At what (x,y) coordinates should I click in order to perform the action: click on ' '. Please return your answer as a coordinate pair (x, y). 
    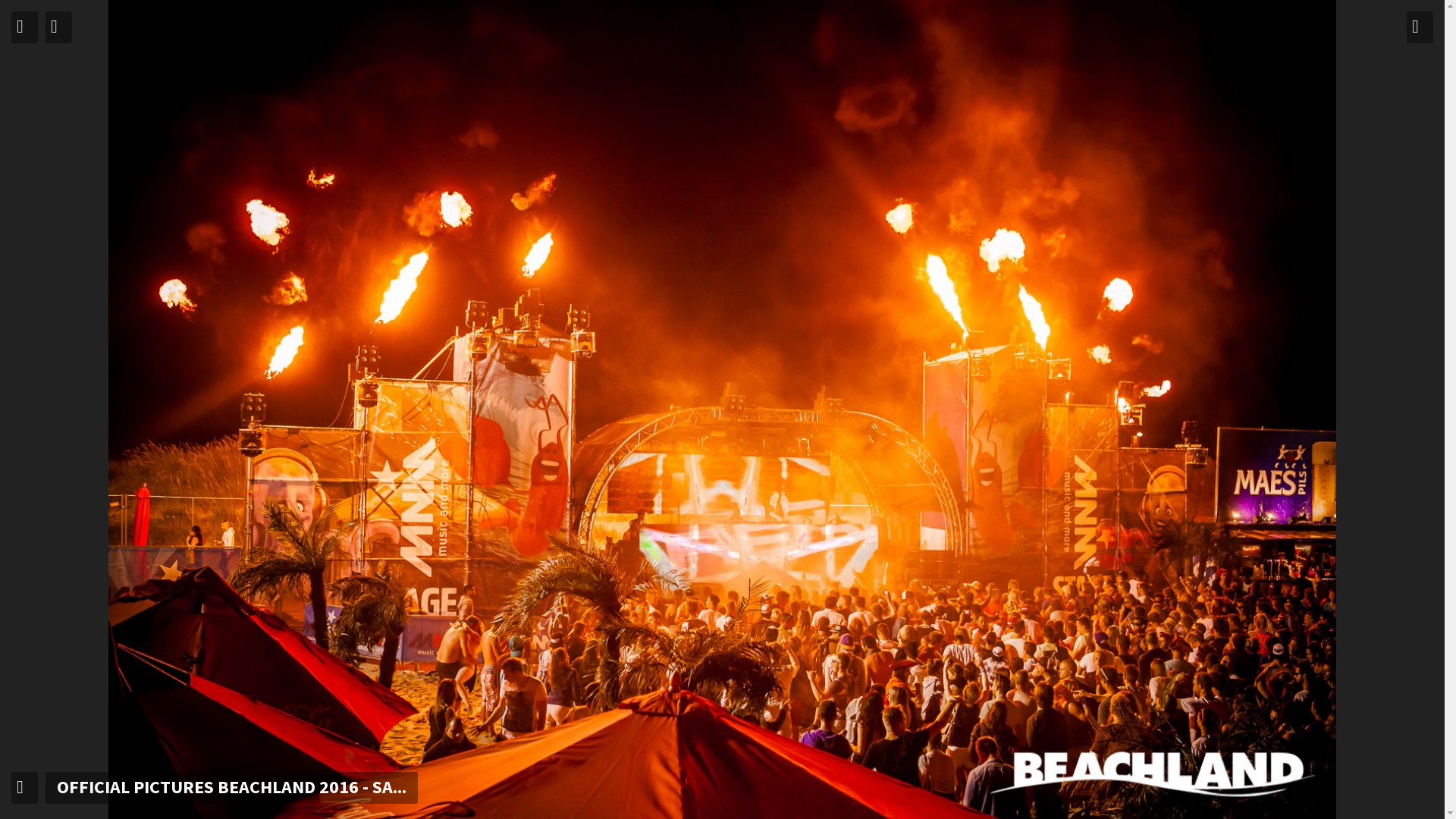
    Looking at the image, I should click on (45, 27).